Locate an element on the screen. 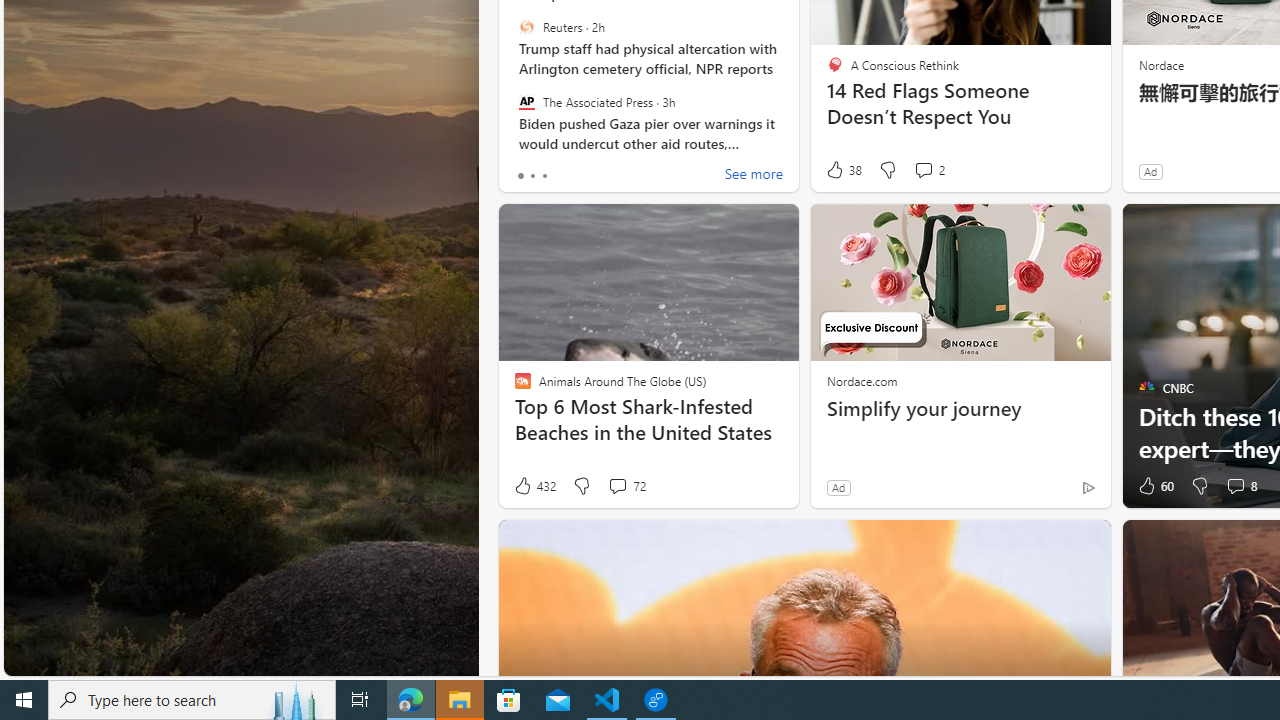 The image size is (1280, 720). 'Dislike' is located at coordinates (1200, 486).